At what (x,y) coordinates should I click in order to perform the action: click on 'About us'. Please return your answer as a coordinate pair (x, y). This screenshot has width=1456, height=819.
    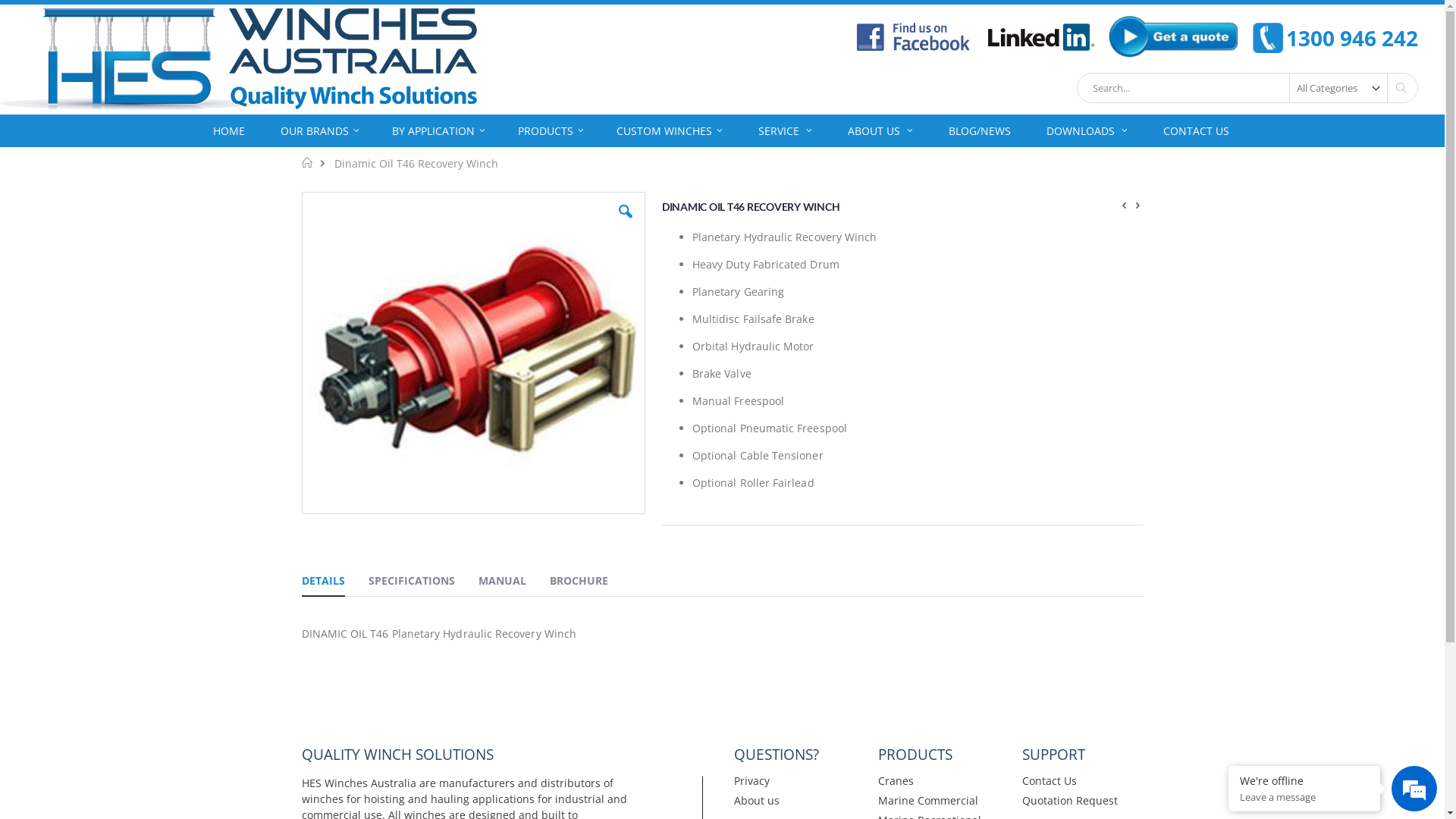
    Looking at the image, I should click on (757, 799).